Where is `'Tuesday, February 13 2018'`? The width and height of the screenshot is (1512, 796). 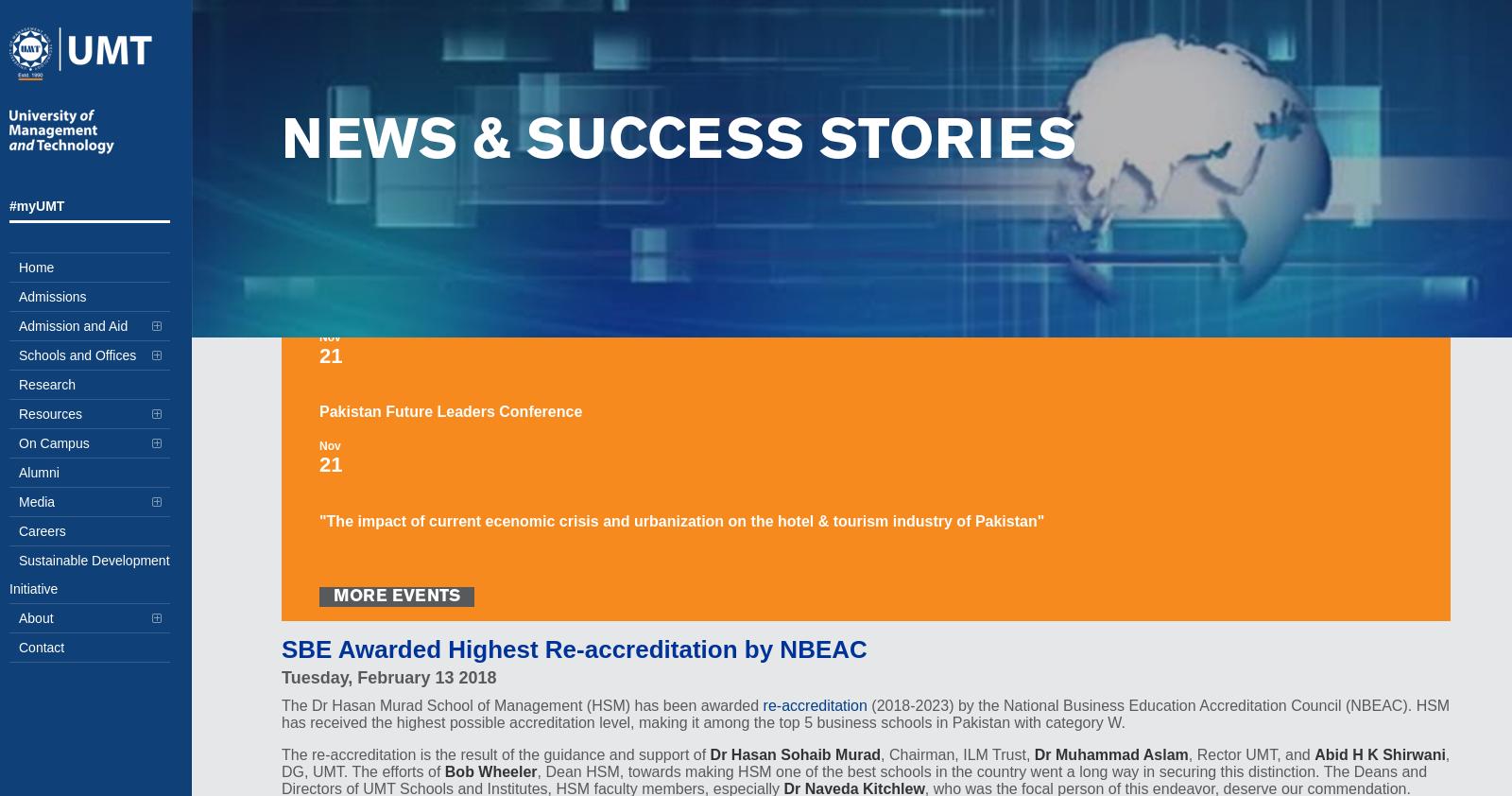
'Tuesday, February 13 2018' is located at coordinates (387, 677).